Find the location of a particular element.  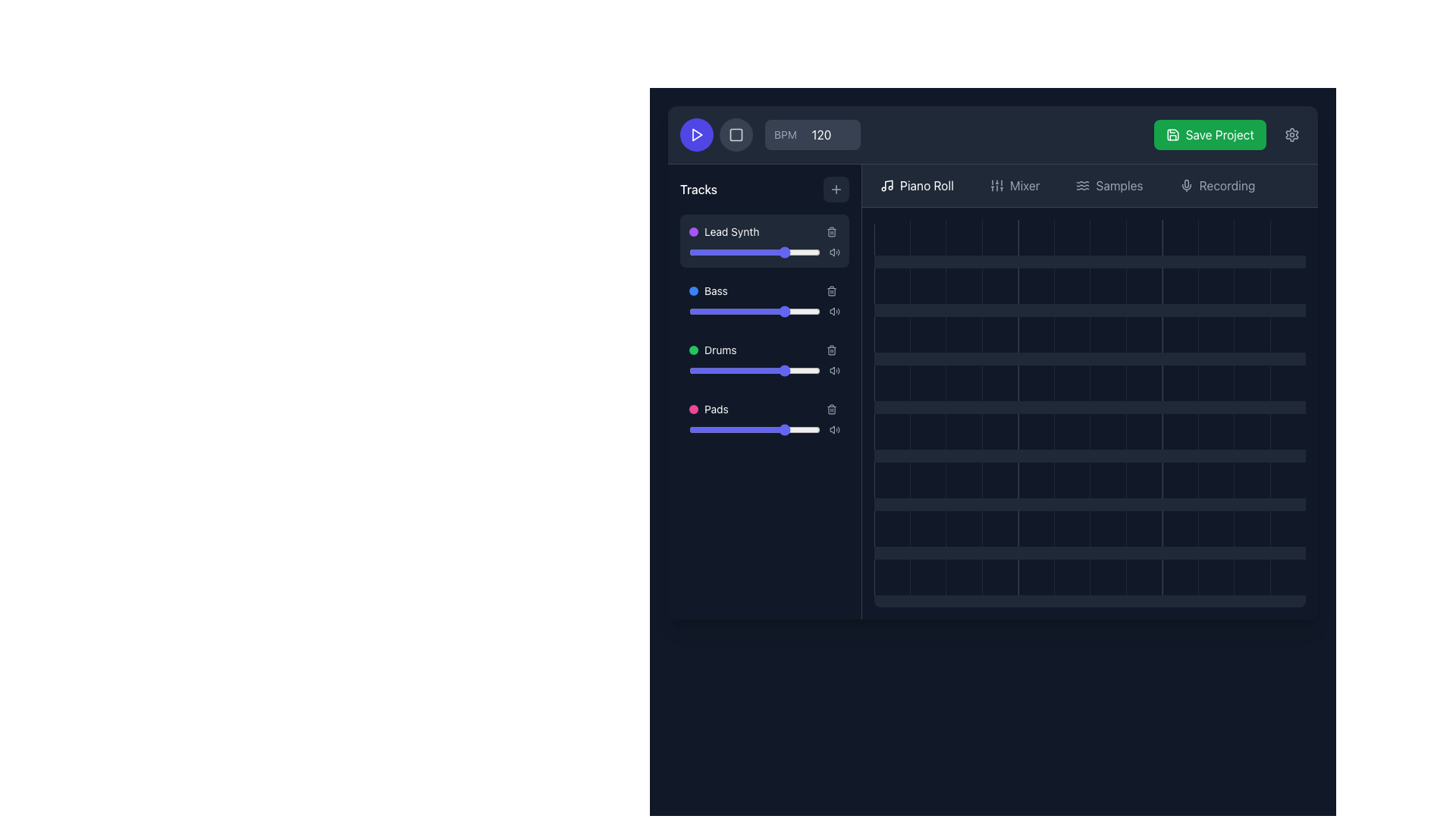

the square-shaped grid cell located in the top row and eighth column of the grid layout is located at coordinates (1144, 237).